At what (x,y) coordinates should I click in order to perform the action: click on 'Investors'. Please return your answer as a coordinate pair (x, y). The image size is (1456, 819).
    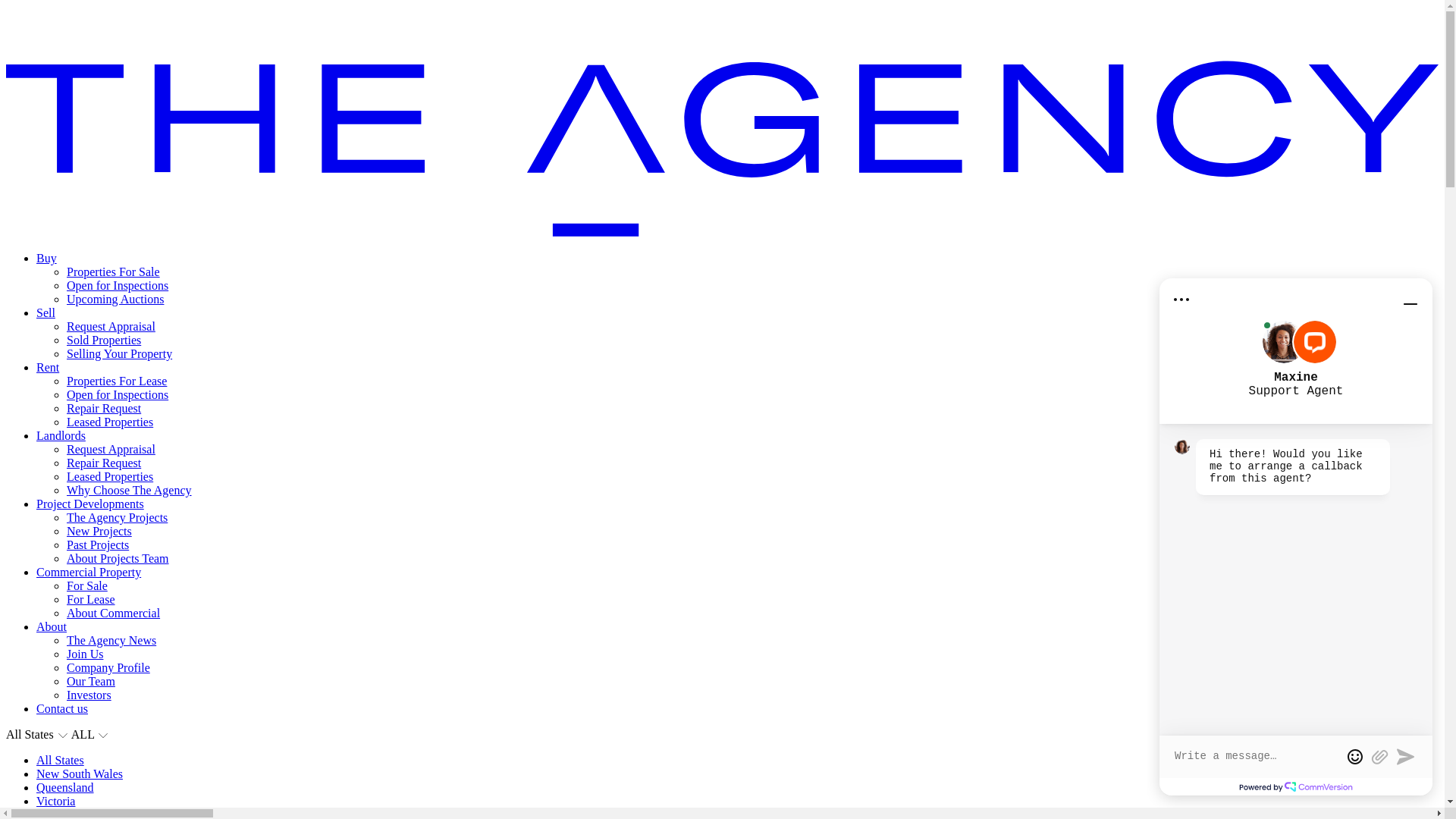
    Looking at the image, I should click on (88, 695).